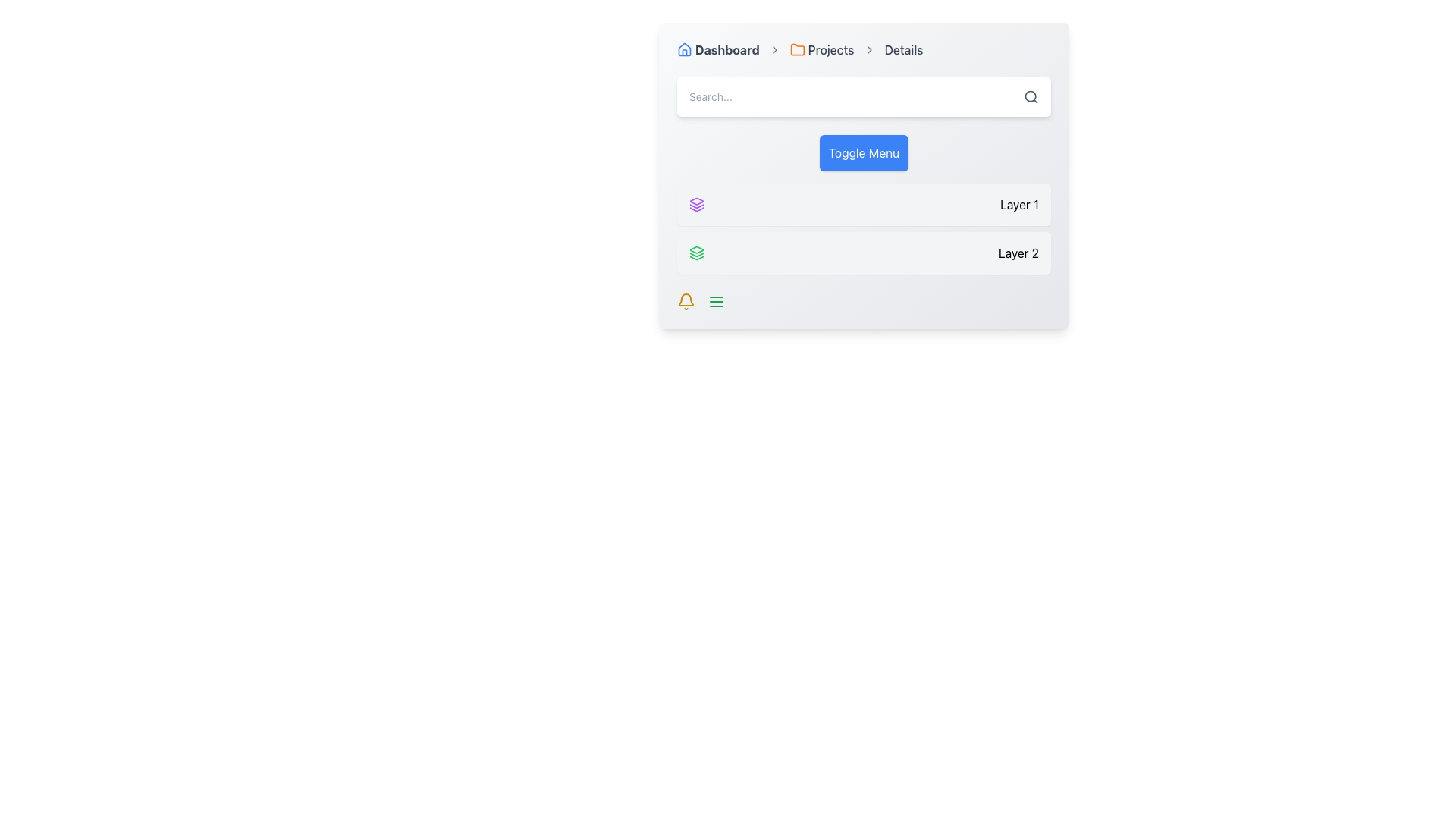 This screenshot has height=819, width=1456. I want to click on the blue house icon SVG located at the far left of the header section, preceding the 'Dashboard' text, so click(683, 49).